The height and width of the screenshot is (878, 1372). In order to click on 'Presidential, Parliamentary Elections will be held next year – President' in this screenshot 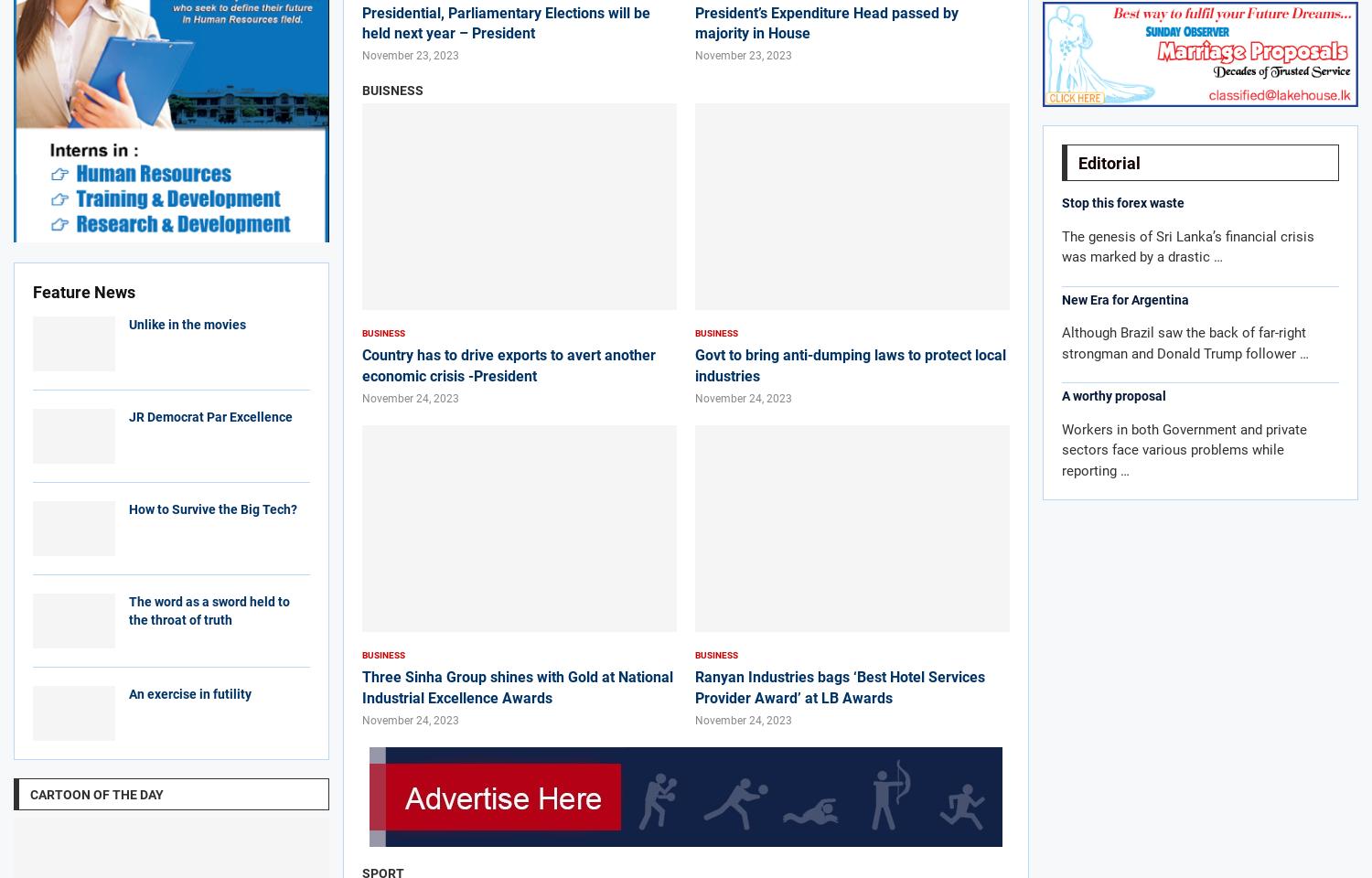, I will do `click(506, 21)`.